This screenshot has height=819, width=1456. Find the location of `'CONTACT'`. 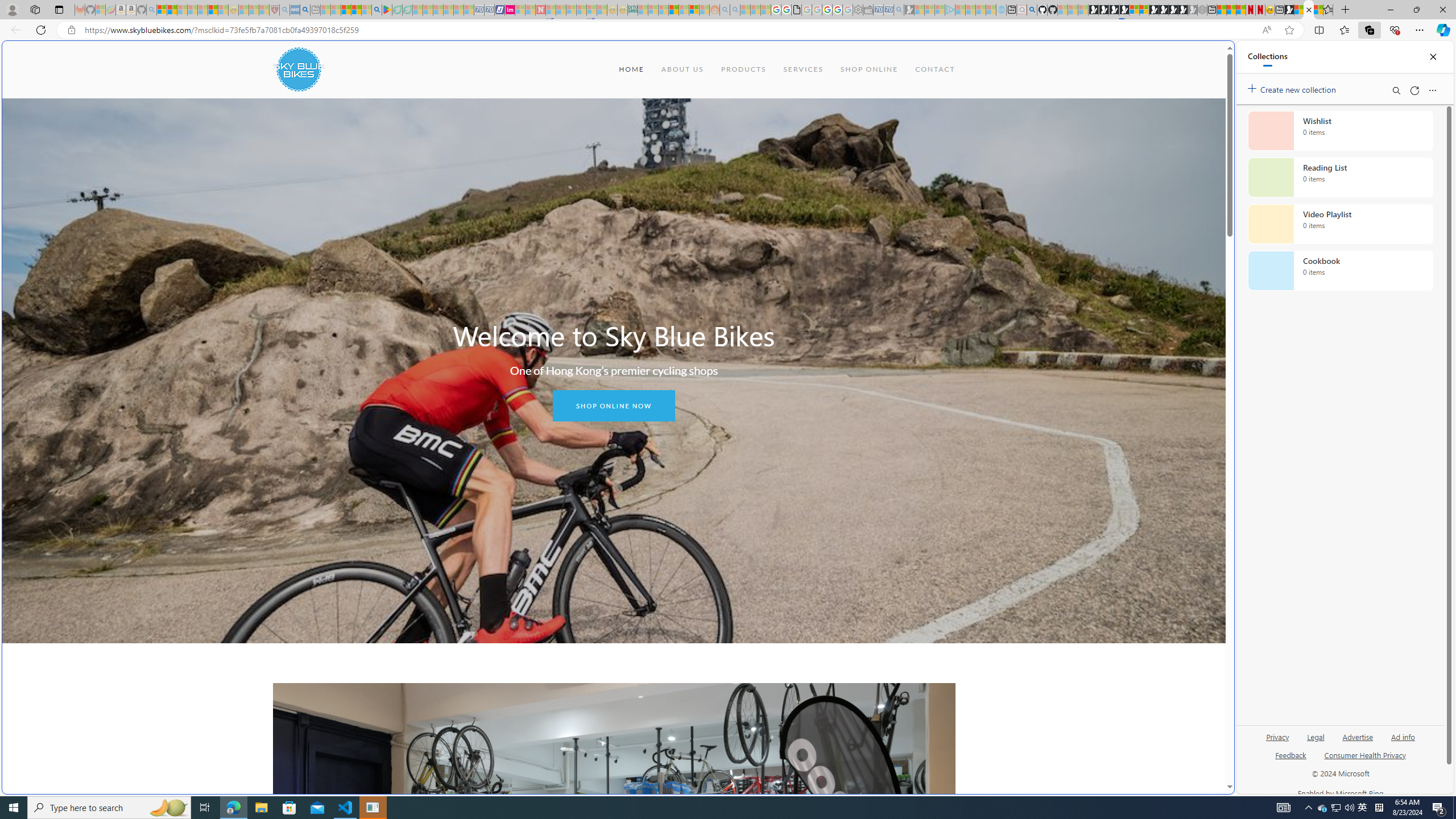

'CONTACT' is located at coordinates (934, 68).